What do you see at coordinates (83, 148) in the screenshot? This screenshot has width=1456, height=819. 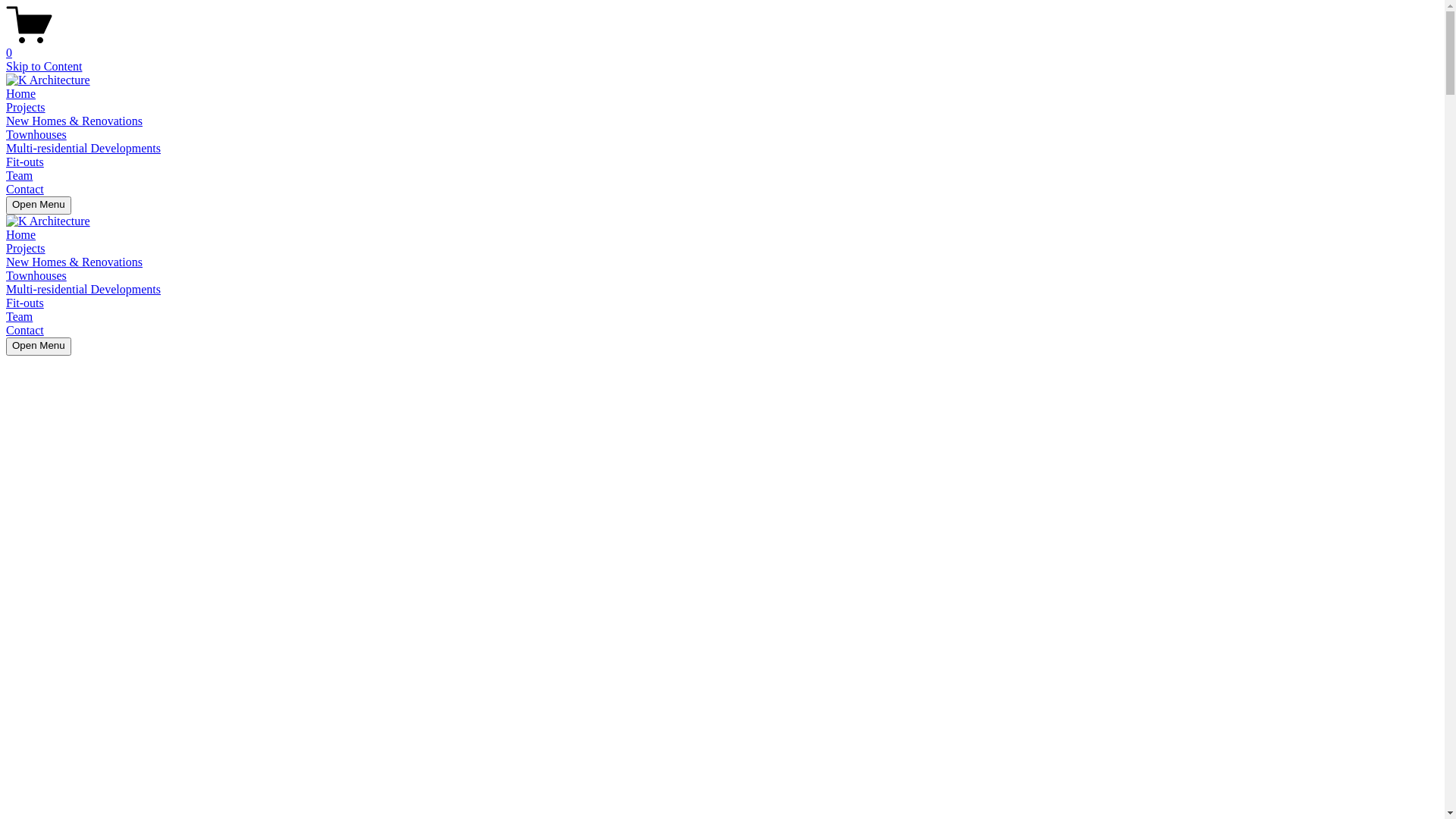 I see `'Multi-residential Developments'` at bounding box center [83, 148].